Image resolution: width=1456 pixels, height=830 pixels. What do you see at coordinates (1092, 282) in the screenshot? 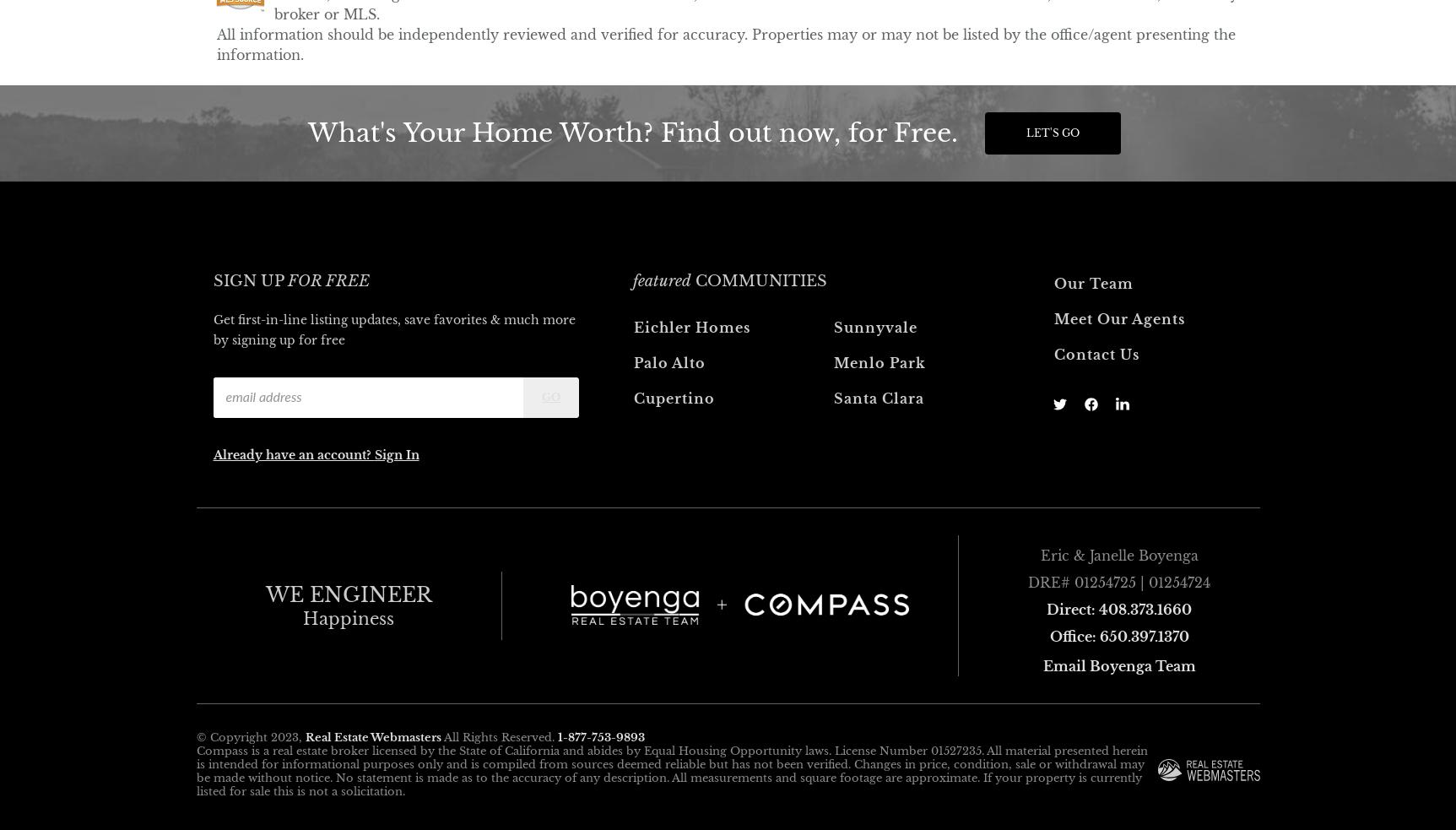
I see `'Our Team'` at bounding box center [1092, 282].